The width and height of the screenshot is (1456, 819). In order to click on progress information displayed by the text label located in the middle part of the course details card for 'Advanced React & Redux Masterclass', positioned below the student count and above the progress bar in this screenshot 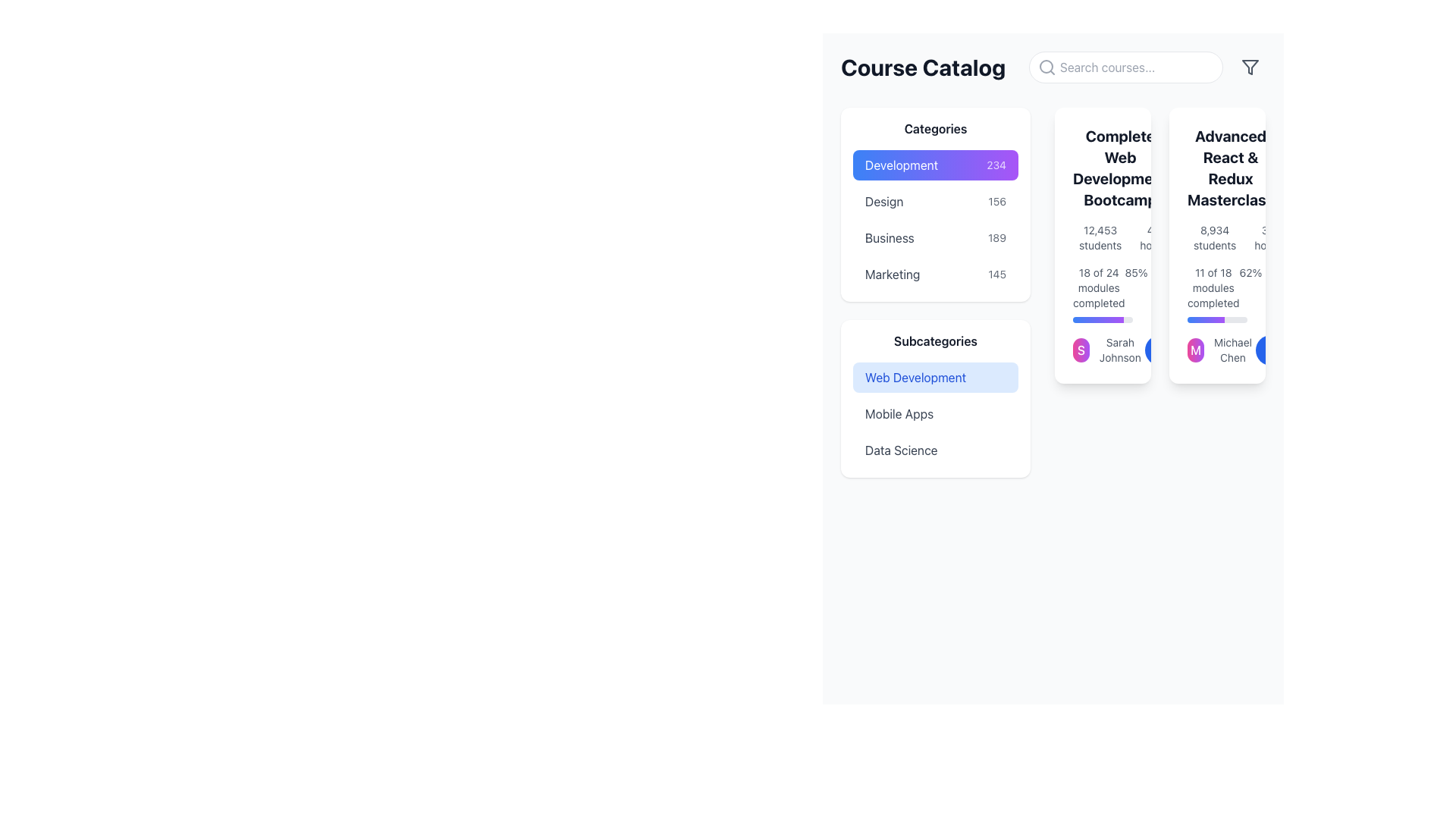, I will do `click(1213, 288)`.